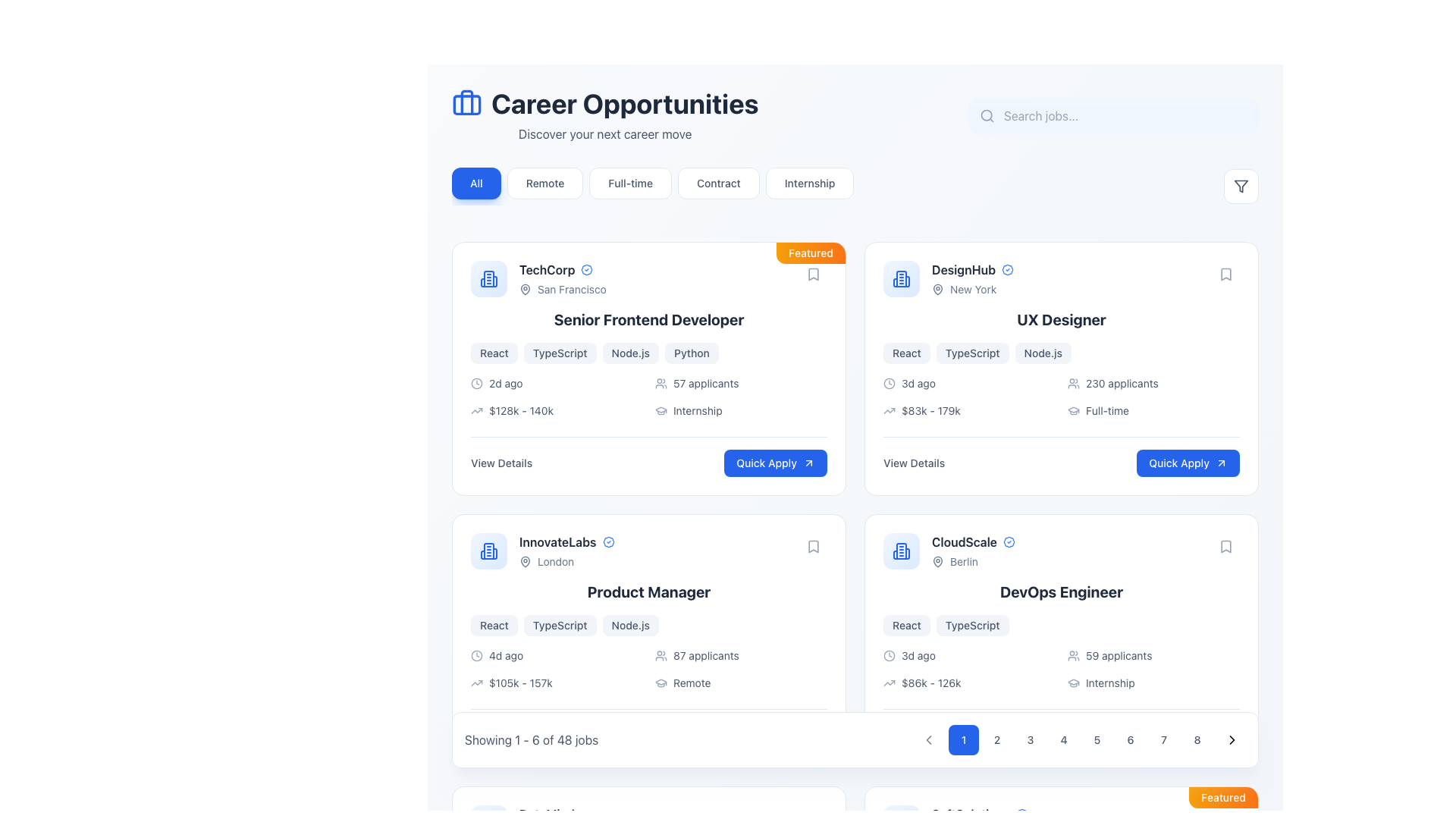  Describe the element at coordinates (948, 278) in the screenshot. I see `the 'DesignHub' label and icon group, which includes a blue building icon, a checkmark badge, and a pin icon next to the location 'New York'. This element is located in the upper half of the 'UX Designer' card` at that location.